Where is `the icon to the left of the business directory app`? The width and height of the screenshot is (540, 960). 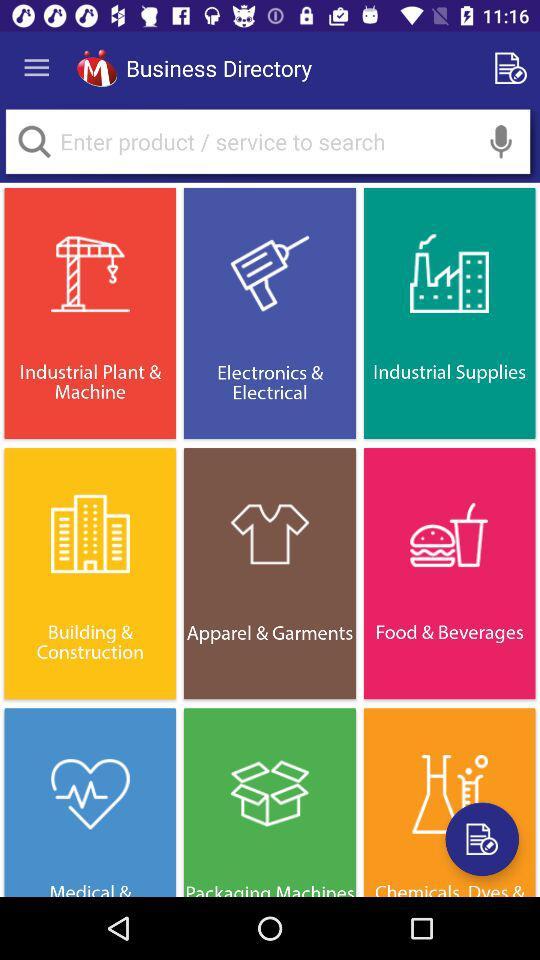
the icon to the left of the business directory app is located at coordinates (96, 68).